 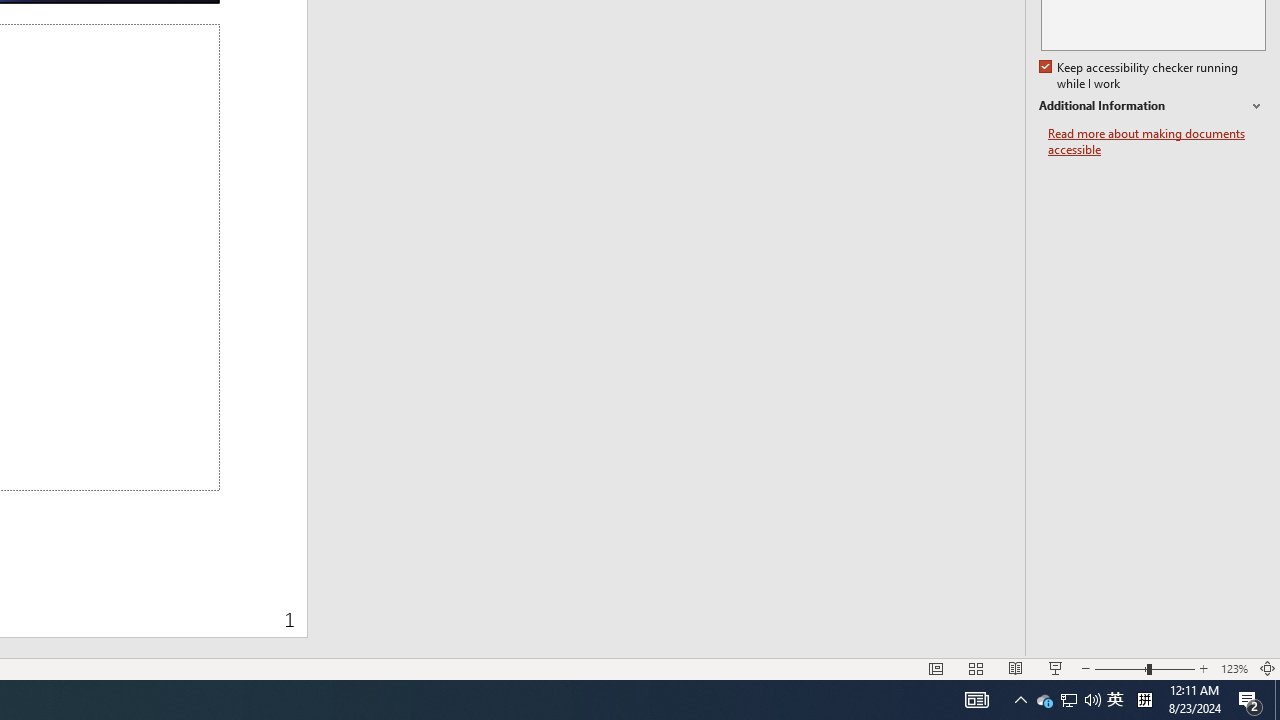 I want to click on 'Zoom 123%', so click(x=1233, y=669).